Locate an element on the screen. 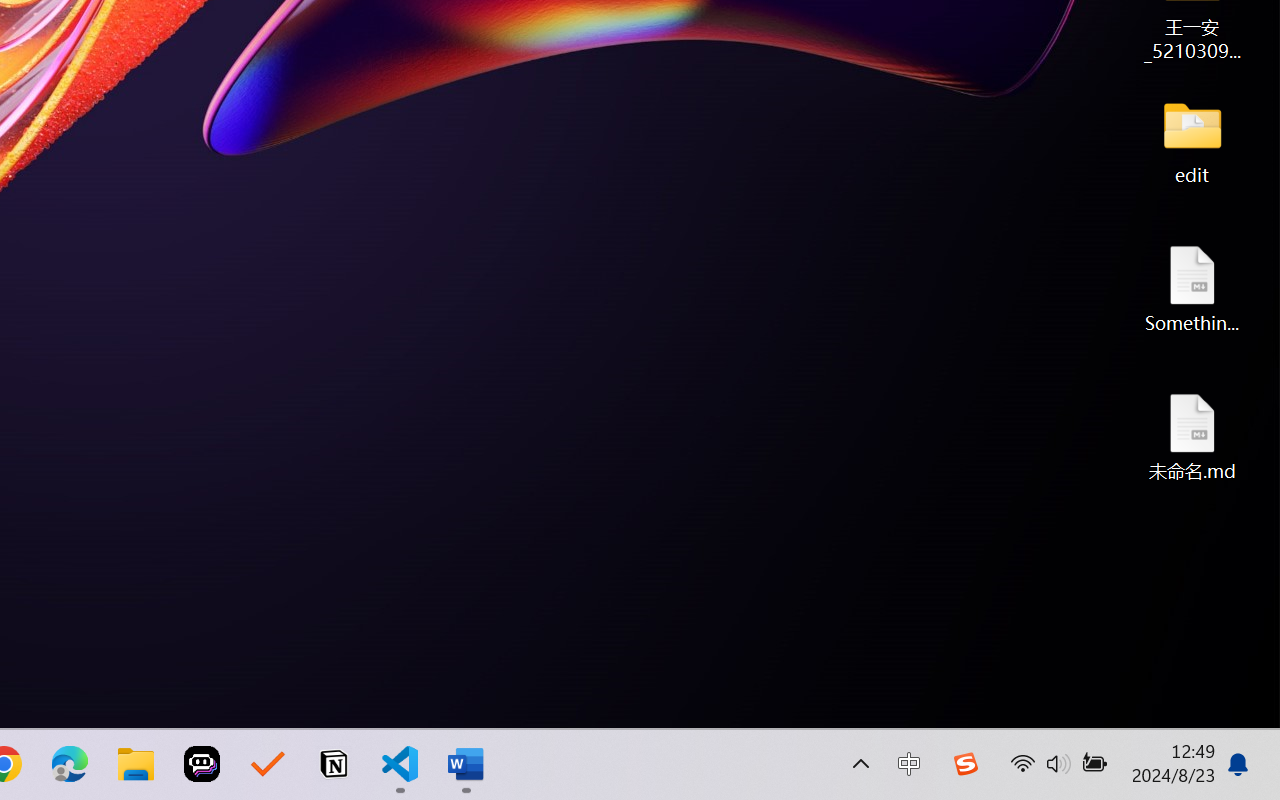 The image size is (1280, 800). 'Something.md' is located at coordinates (1192, 288).